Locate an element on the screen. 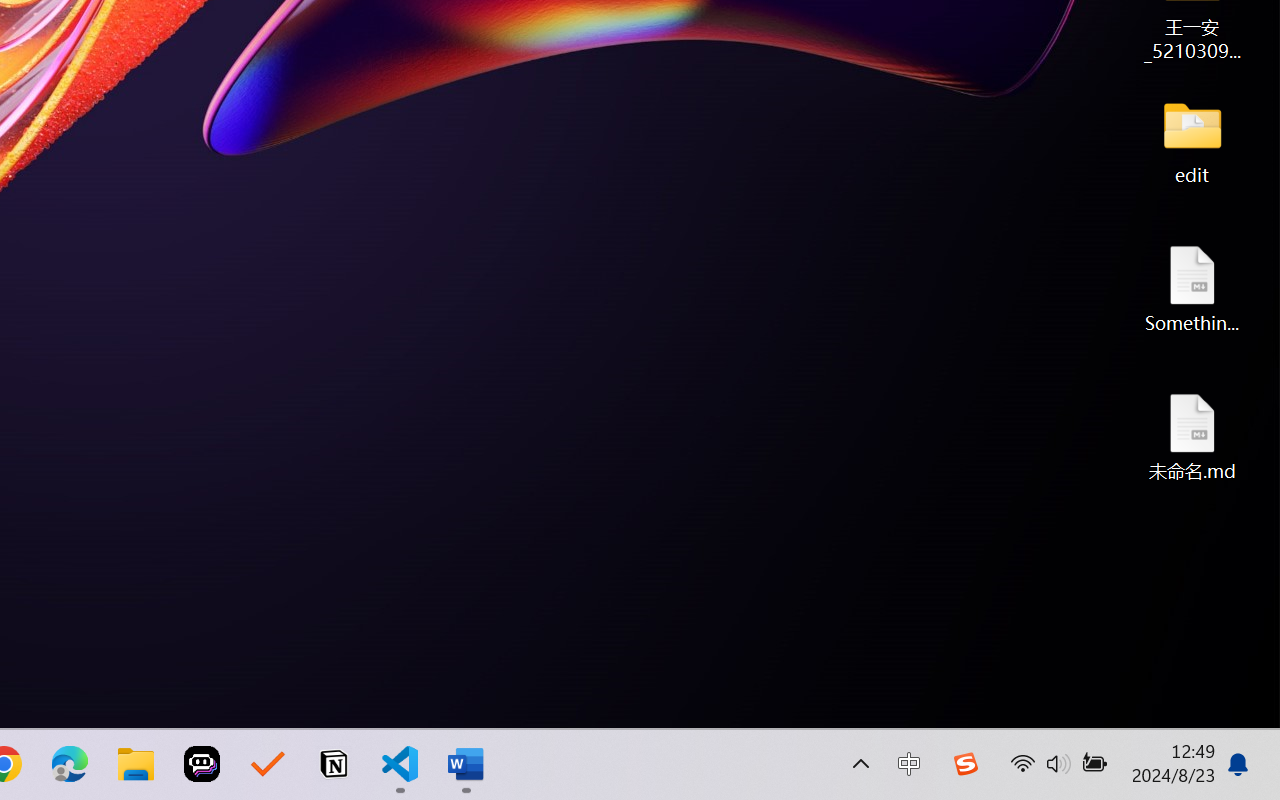 The image size is (1280, 800). 'Something.md' is located at coordinates (1192, 288).